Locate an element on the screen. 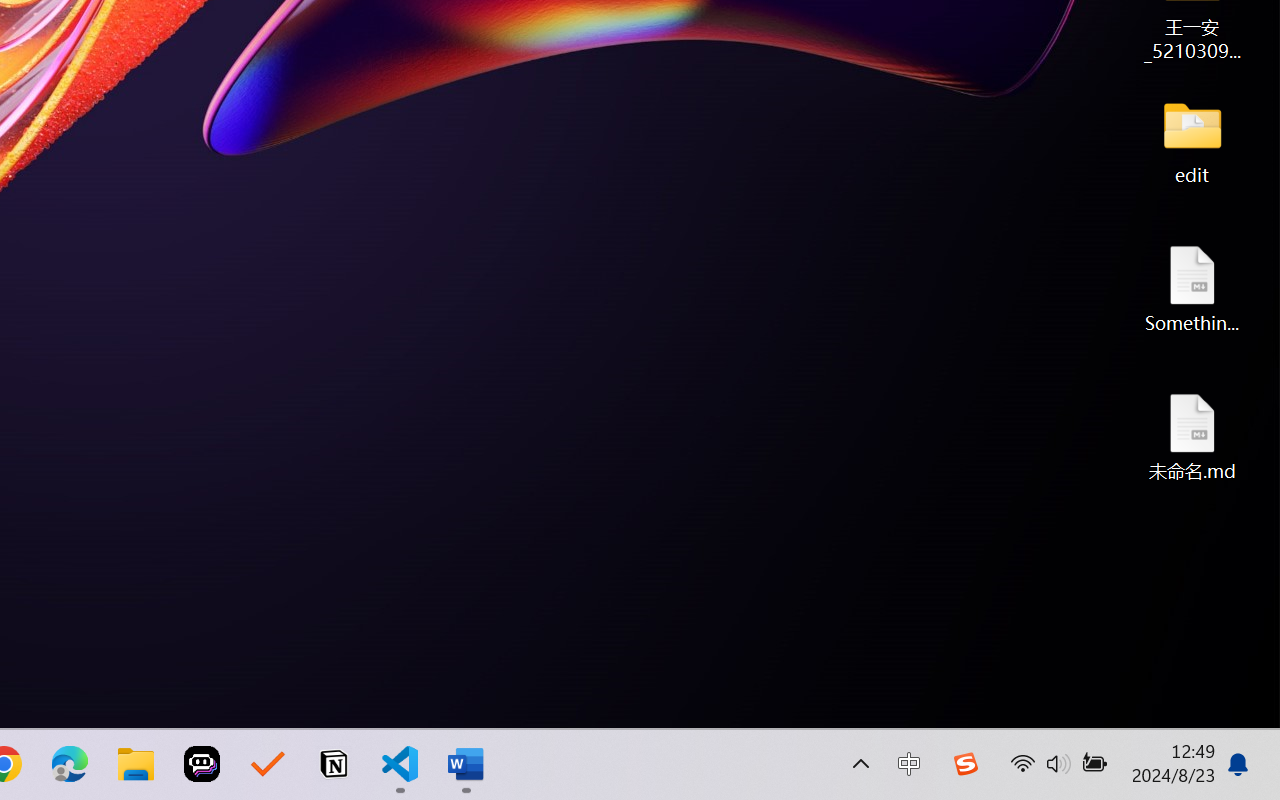 The image size is (1280, 800). 'Something.md' is located at coordinates (1192, 288).